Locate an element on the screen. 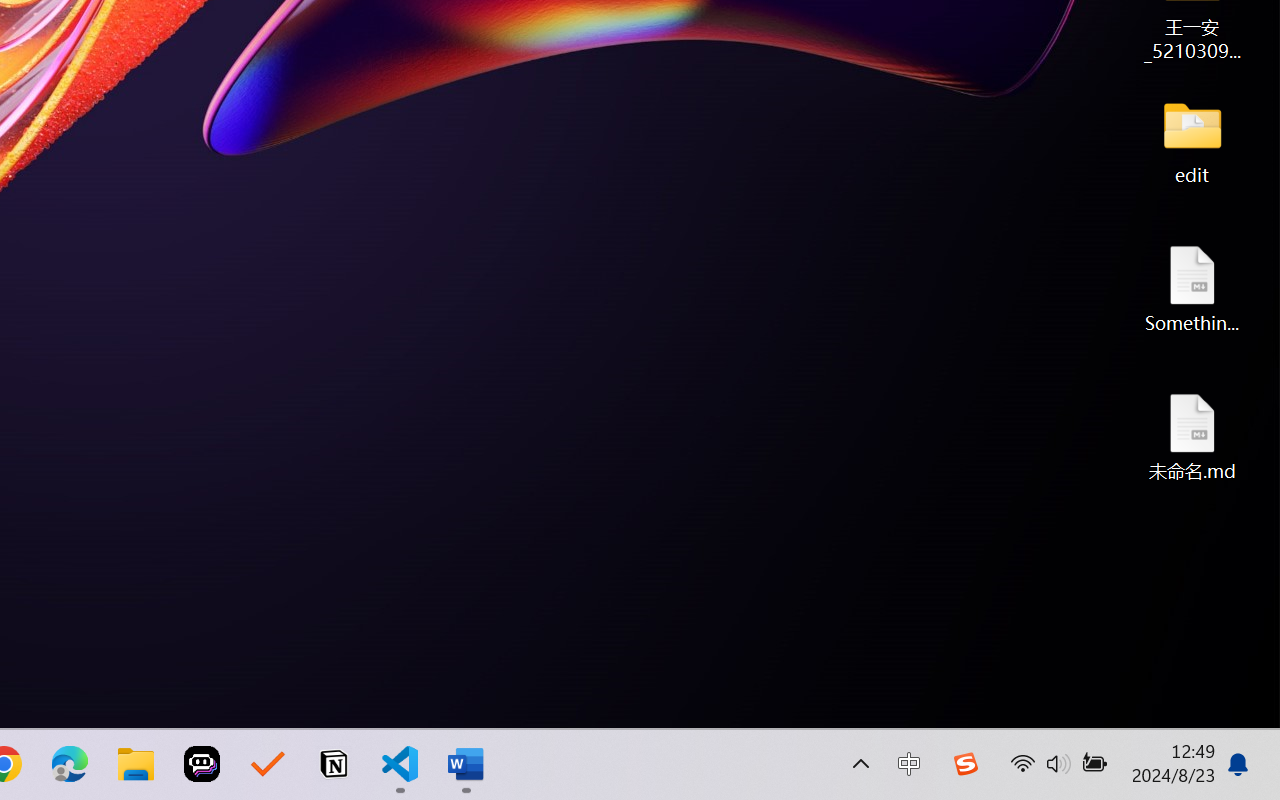 The image size is (1280, 800). 'Something.md' is located at coordinates (1192, 288).